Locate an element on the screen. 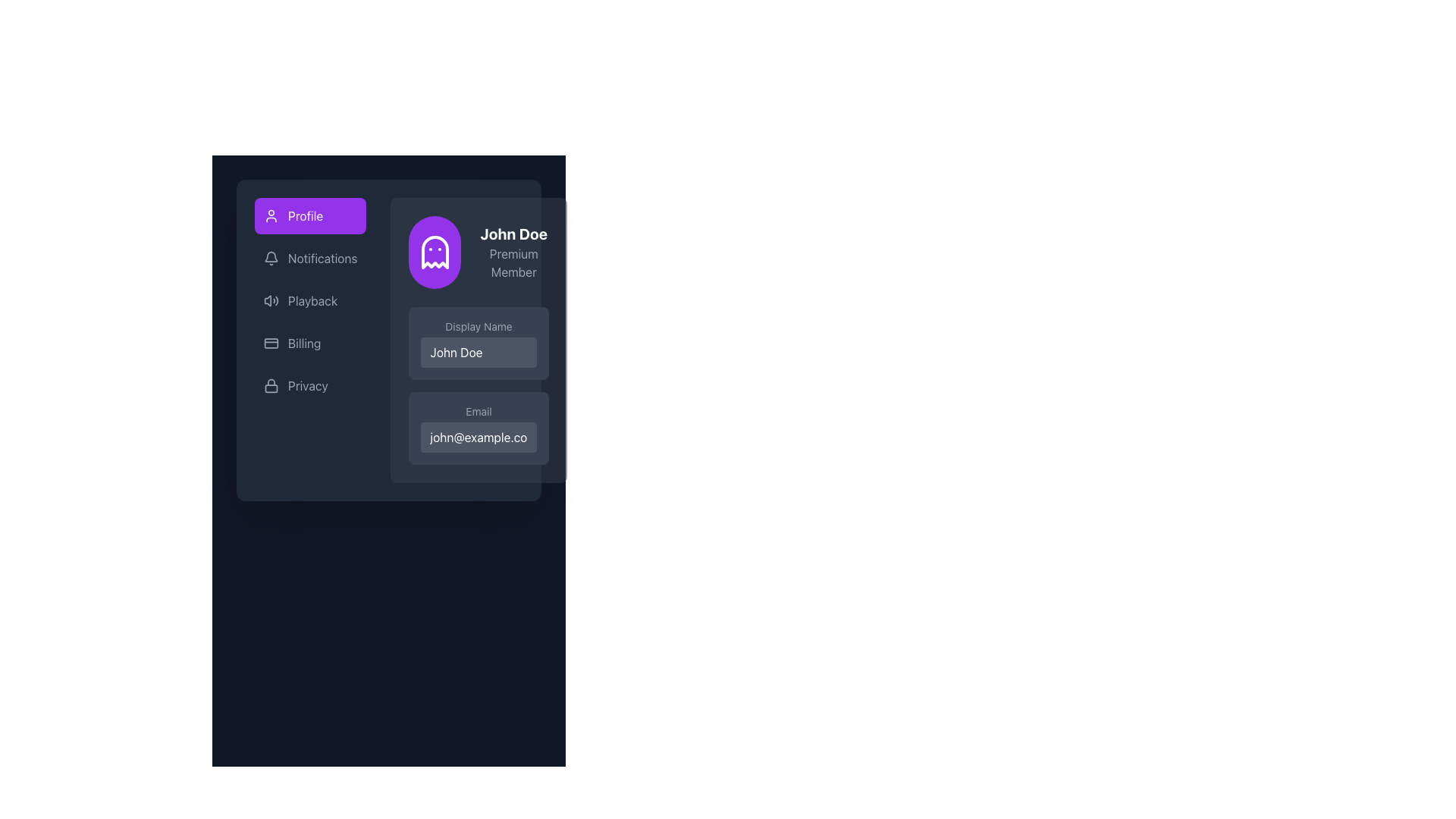 This screenshot has width=1456, height=819. the 'Playback' text label located in the sidebar menu is located at coordinates (312, 301).